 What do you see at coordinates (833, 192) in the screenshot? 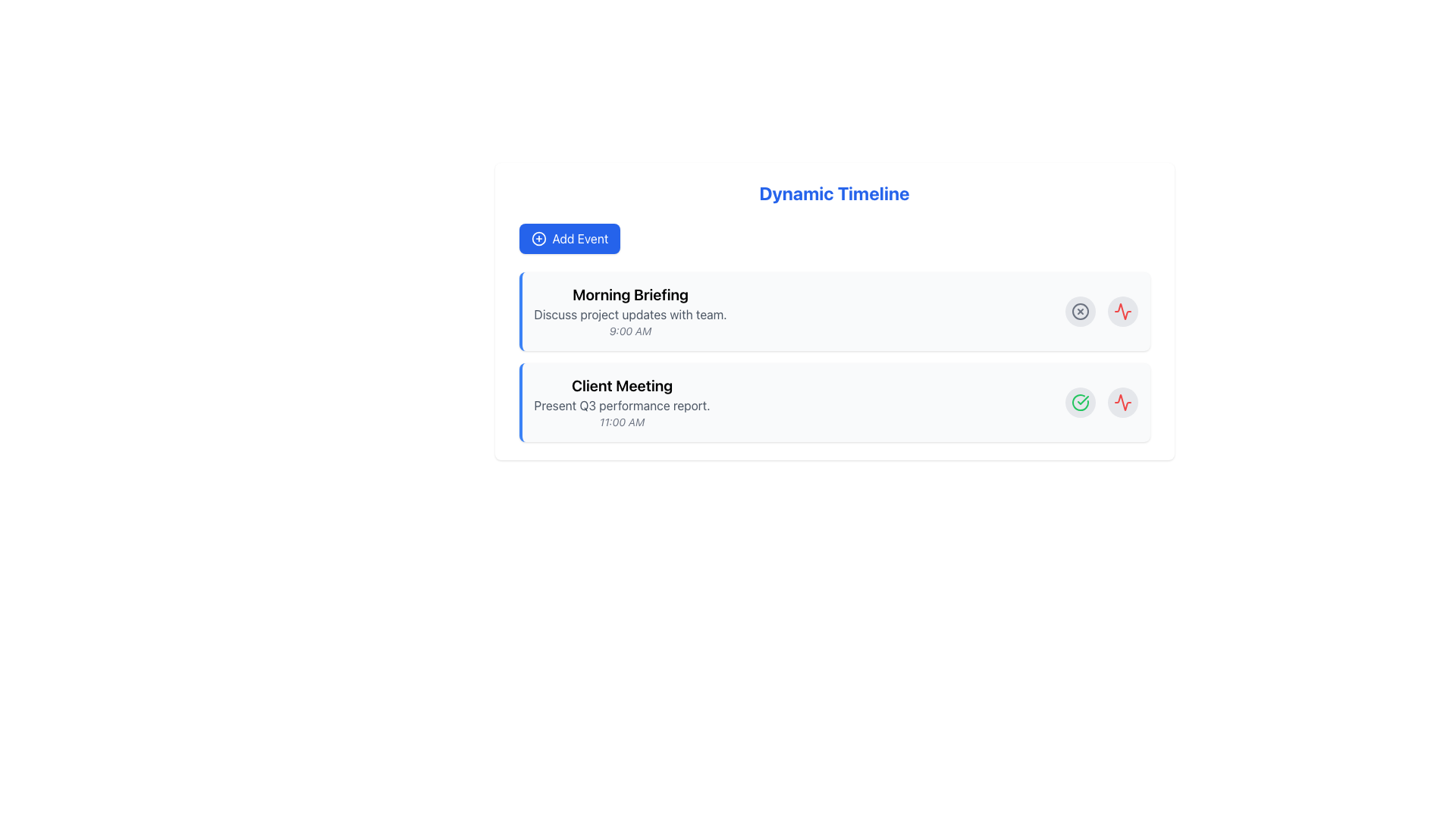
I see `the static text header that serves as a title for the dynamic timeline section, which is centrally positioned above the 'Add Event' button` at bounding box center [833, 192].